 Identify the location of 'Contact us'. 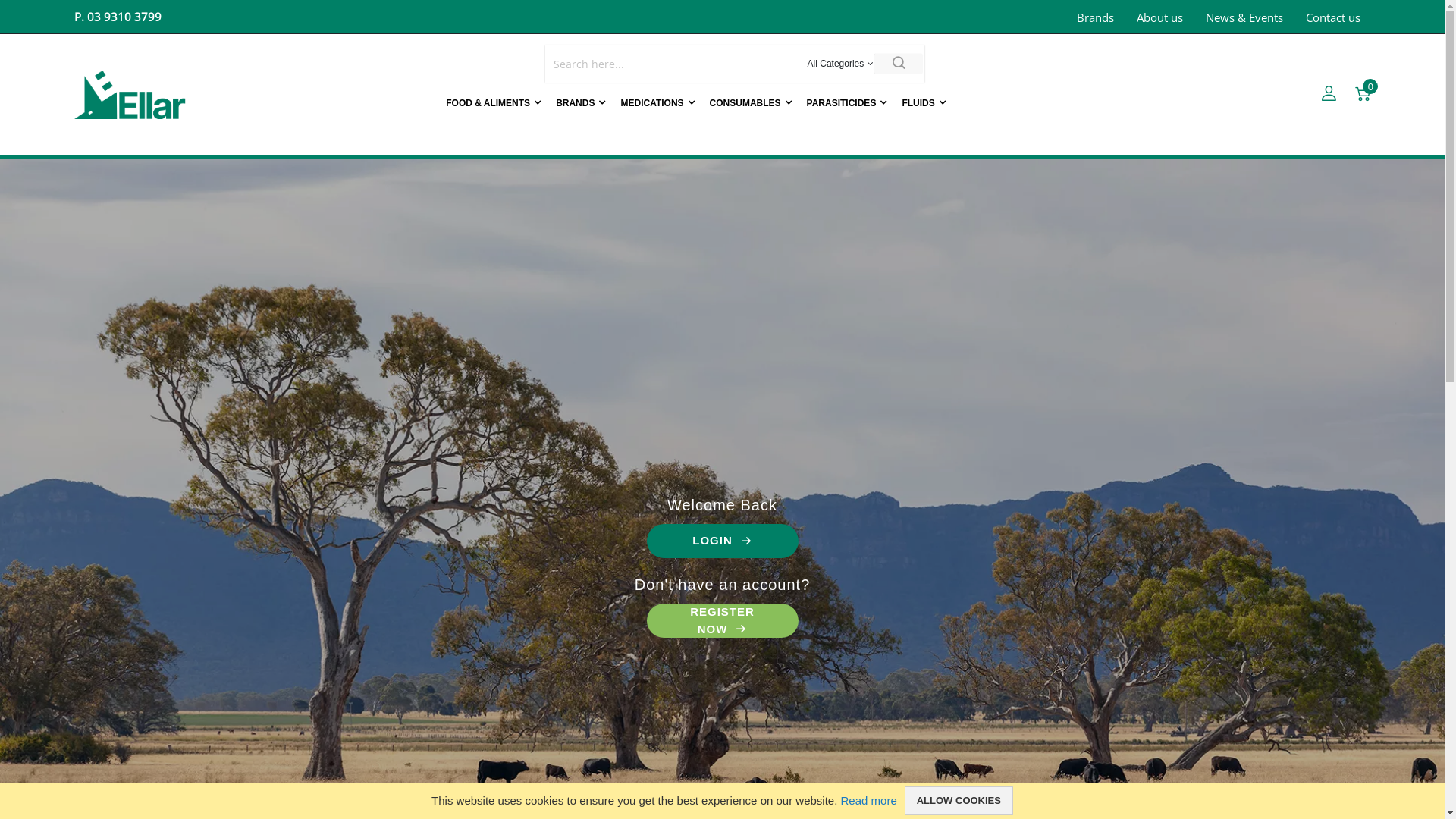
(1332, 17).